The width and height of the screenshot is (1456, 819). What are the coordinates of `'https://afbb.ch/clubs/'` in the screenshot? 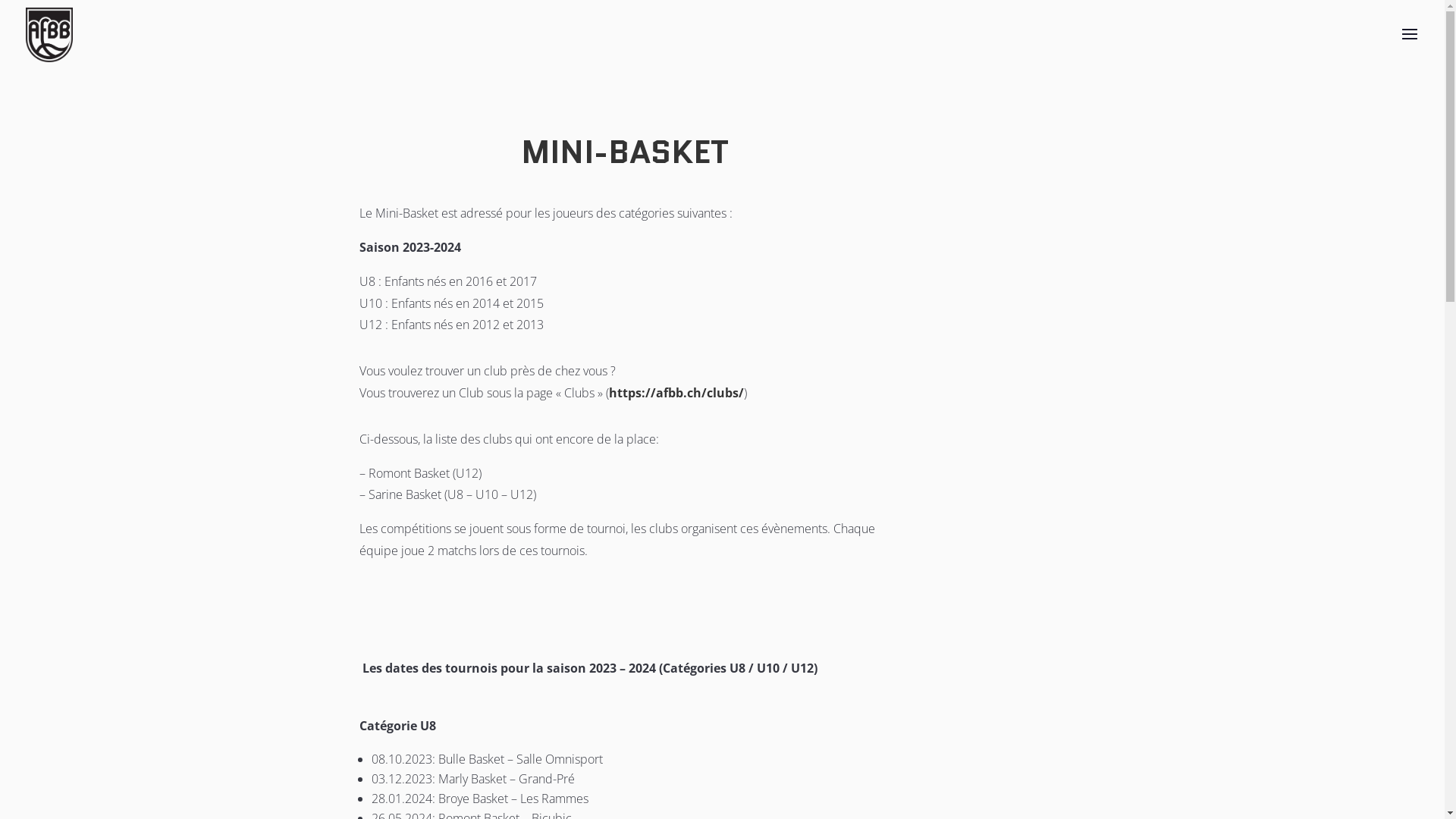 It's located at (676, 391).